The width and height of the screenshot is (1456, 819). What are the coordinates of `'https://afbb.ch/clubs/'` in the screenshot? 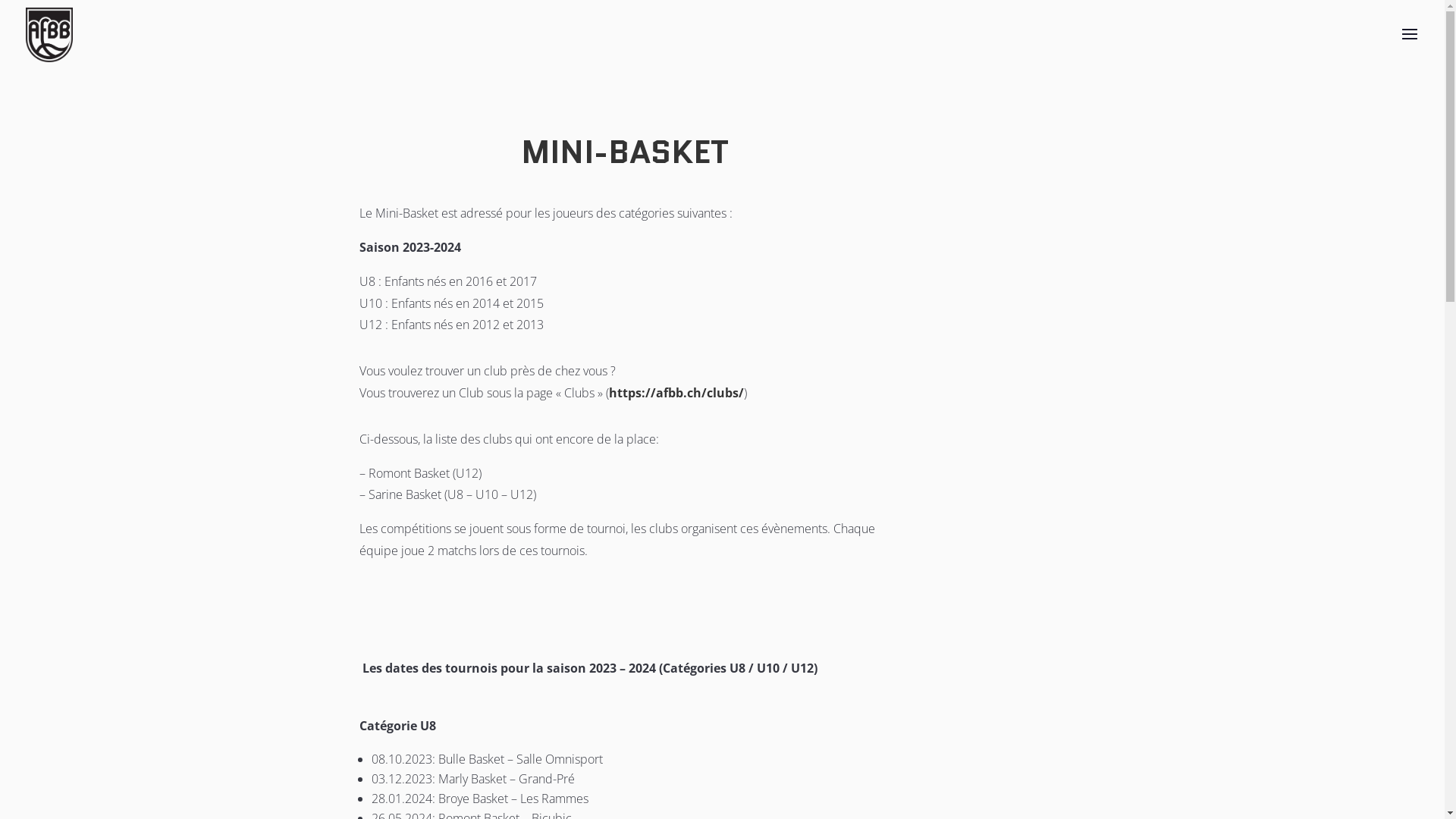 It's located at (676, 391).